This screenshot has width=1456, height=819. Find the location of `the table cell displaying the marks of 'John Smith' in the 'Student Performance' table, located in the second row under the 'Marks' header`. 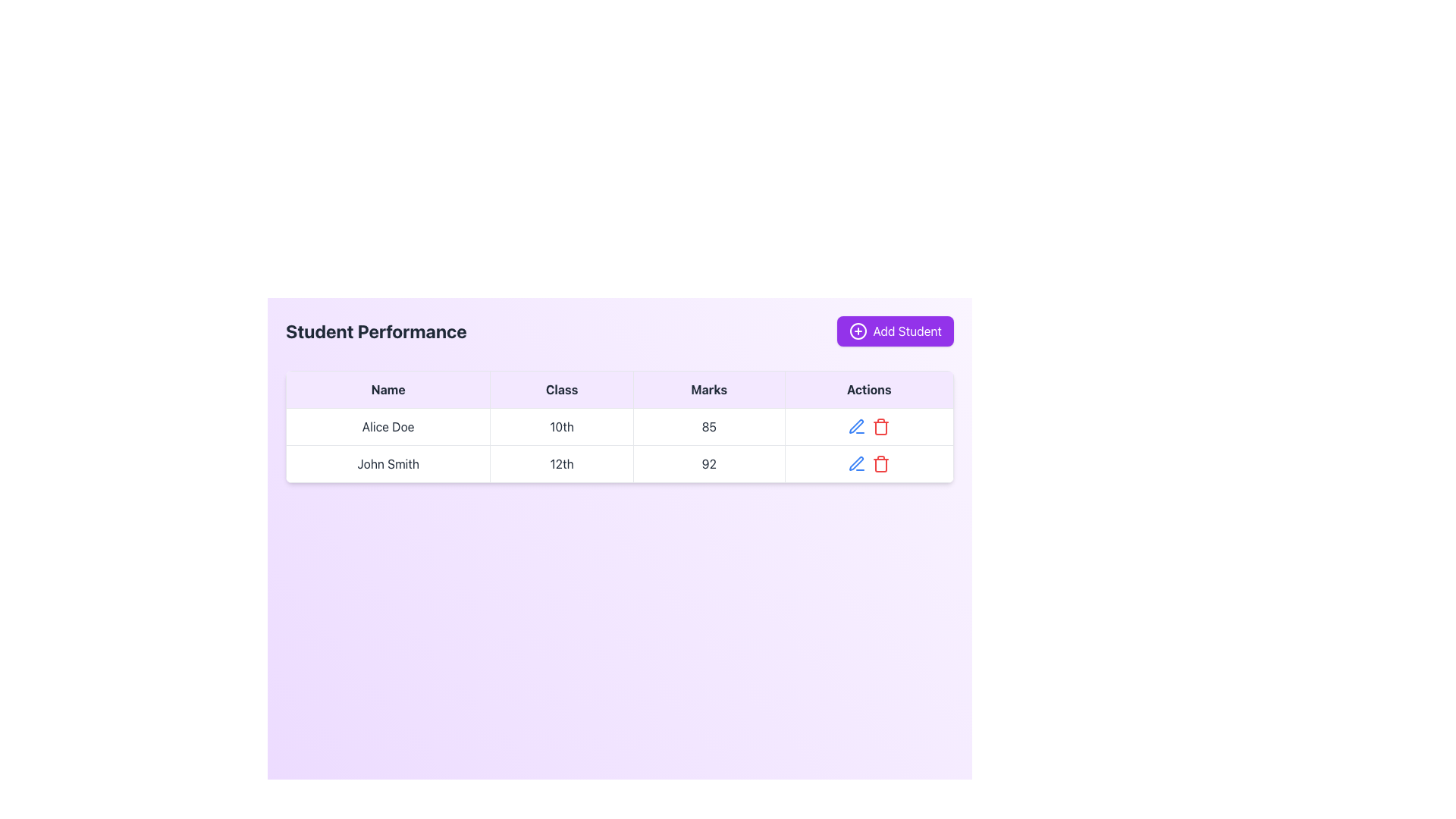

the table cell displaying the marks of 'John Smith' in the 'Student Performance' table, located in the second row under the 'Marks' header is located at coordinates (708, 463).